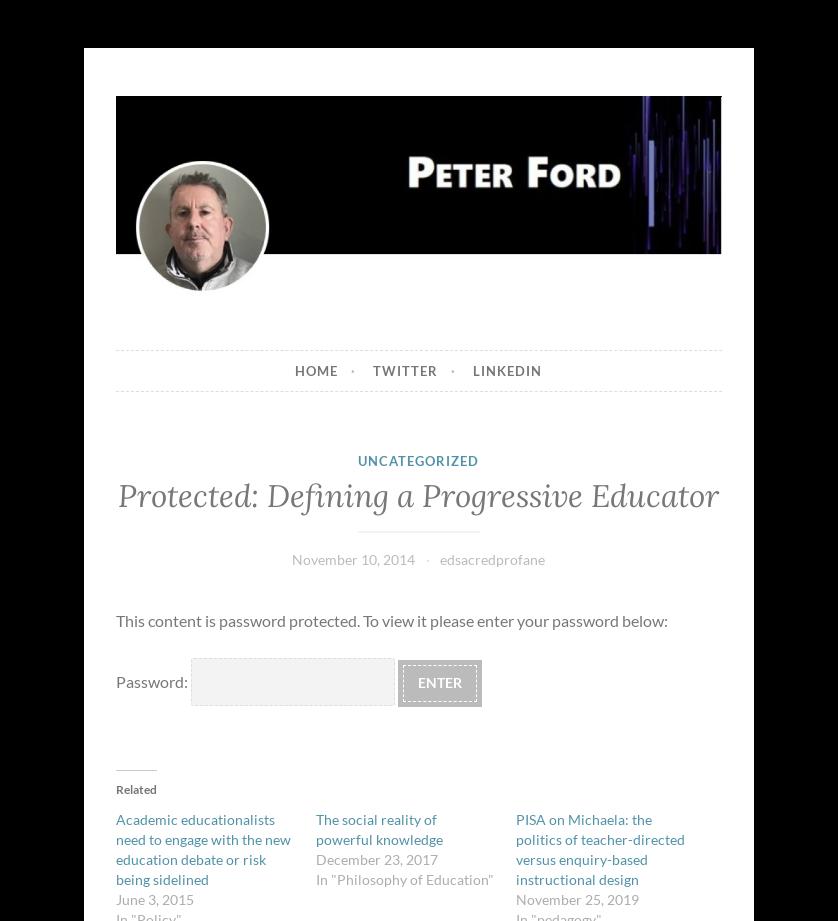  What do you see at coordinates (492, 557) in the screenshot?
I see `'edsacredprofane'` at bounding box center [492, 557].